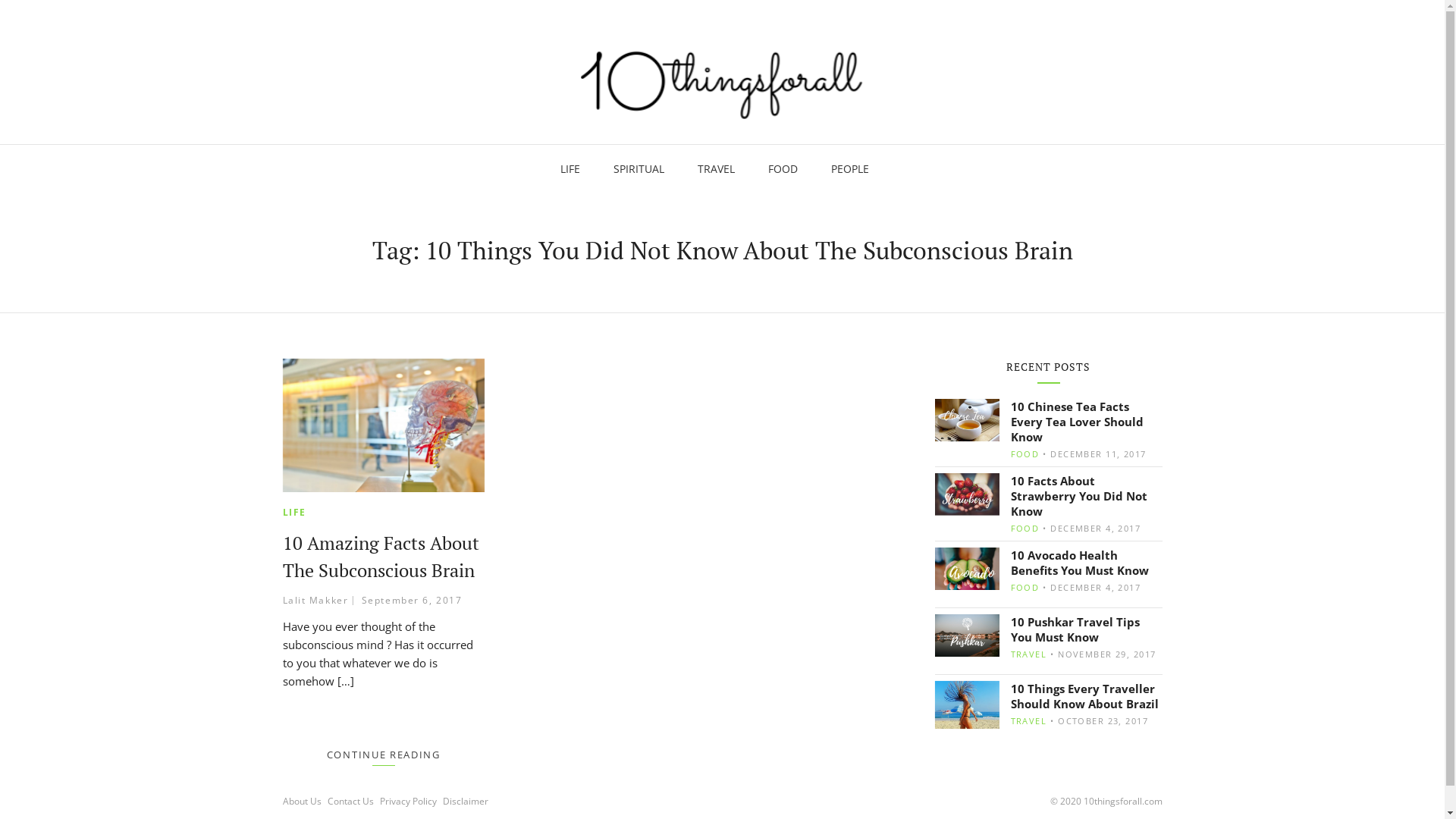  Describe the element at coordinates (293, 512) in the screenshot. I see `'LIFE'` at that location.